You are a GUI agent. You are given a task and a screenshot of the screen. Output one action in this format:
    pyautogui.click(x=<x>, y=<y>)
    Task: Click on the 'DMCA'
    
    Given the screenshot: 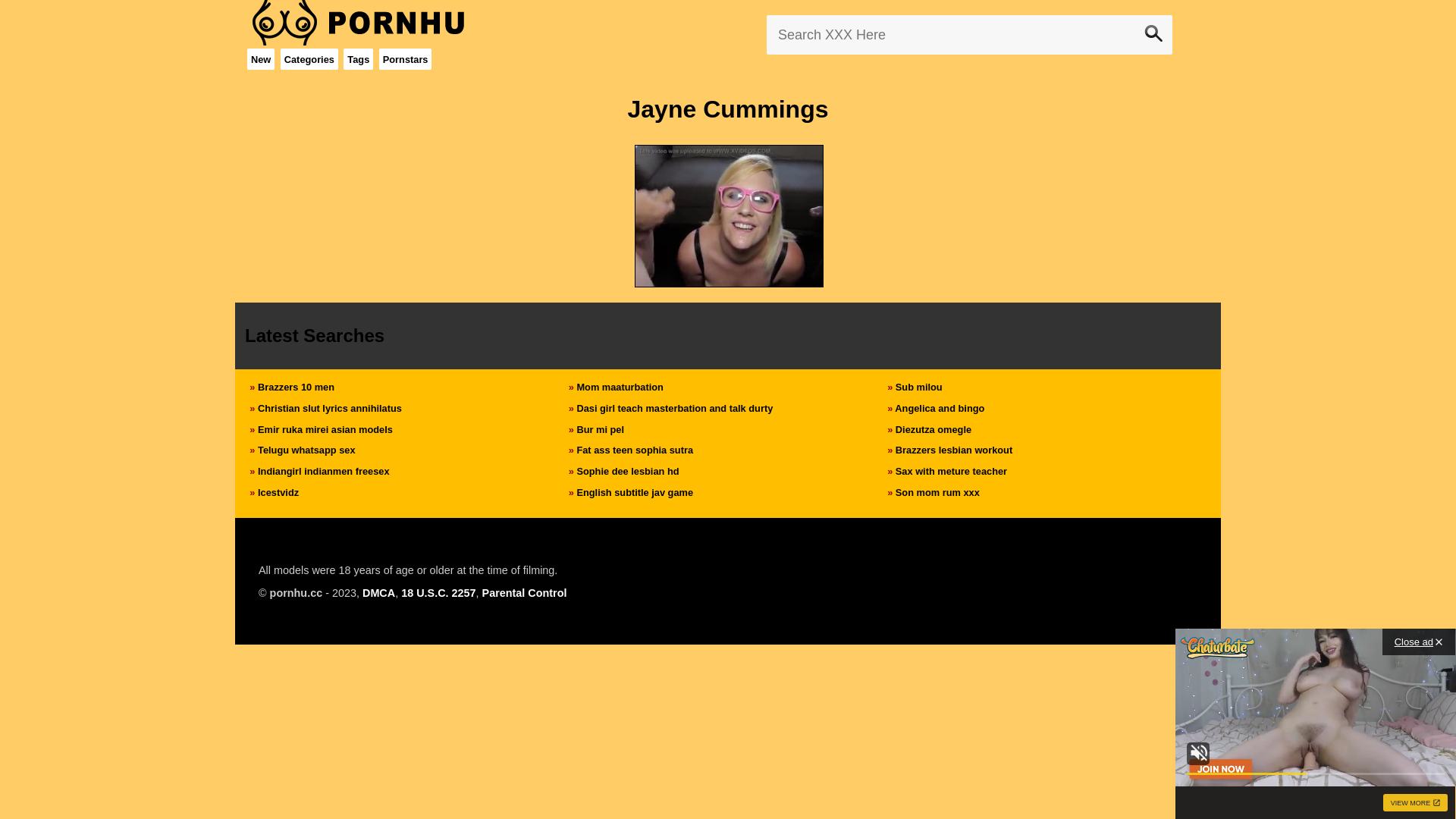 What is the action you would take?
    pyautogui.click(x=378, y=592)
    